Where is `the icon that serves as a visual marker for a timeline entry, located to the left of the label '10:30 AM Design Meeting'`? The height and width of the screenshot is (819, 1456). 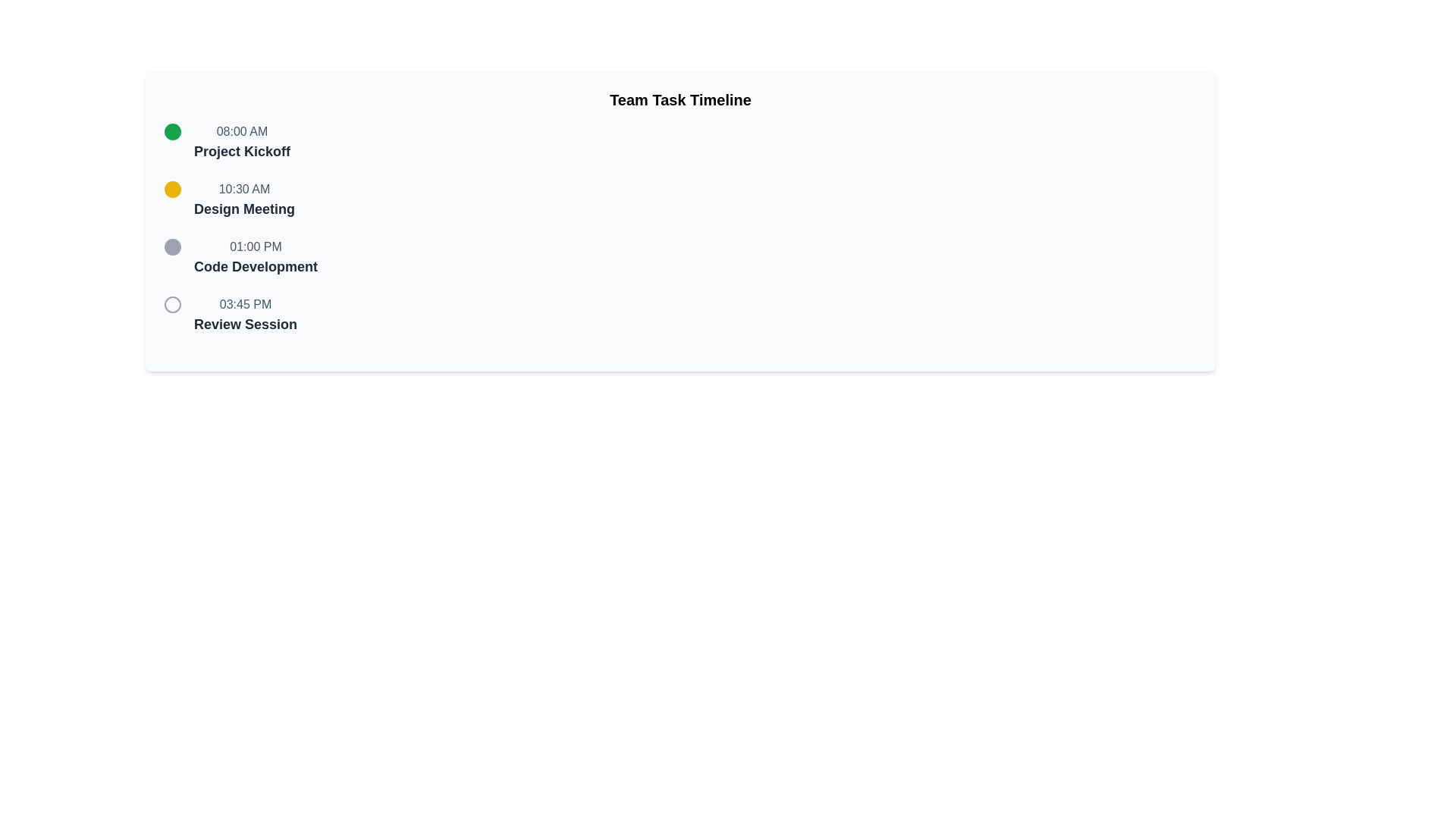
the icon that serves as a visual marker for a timeline entry, located to the left of the label '10:30 AM Design Meeting' is located at coordinates (172, 190).